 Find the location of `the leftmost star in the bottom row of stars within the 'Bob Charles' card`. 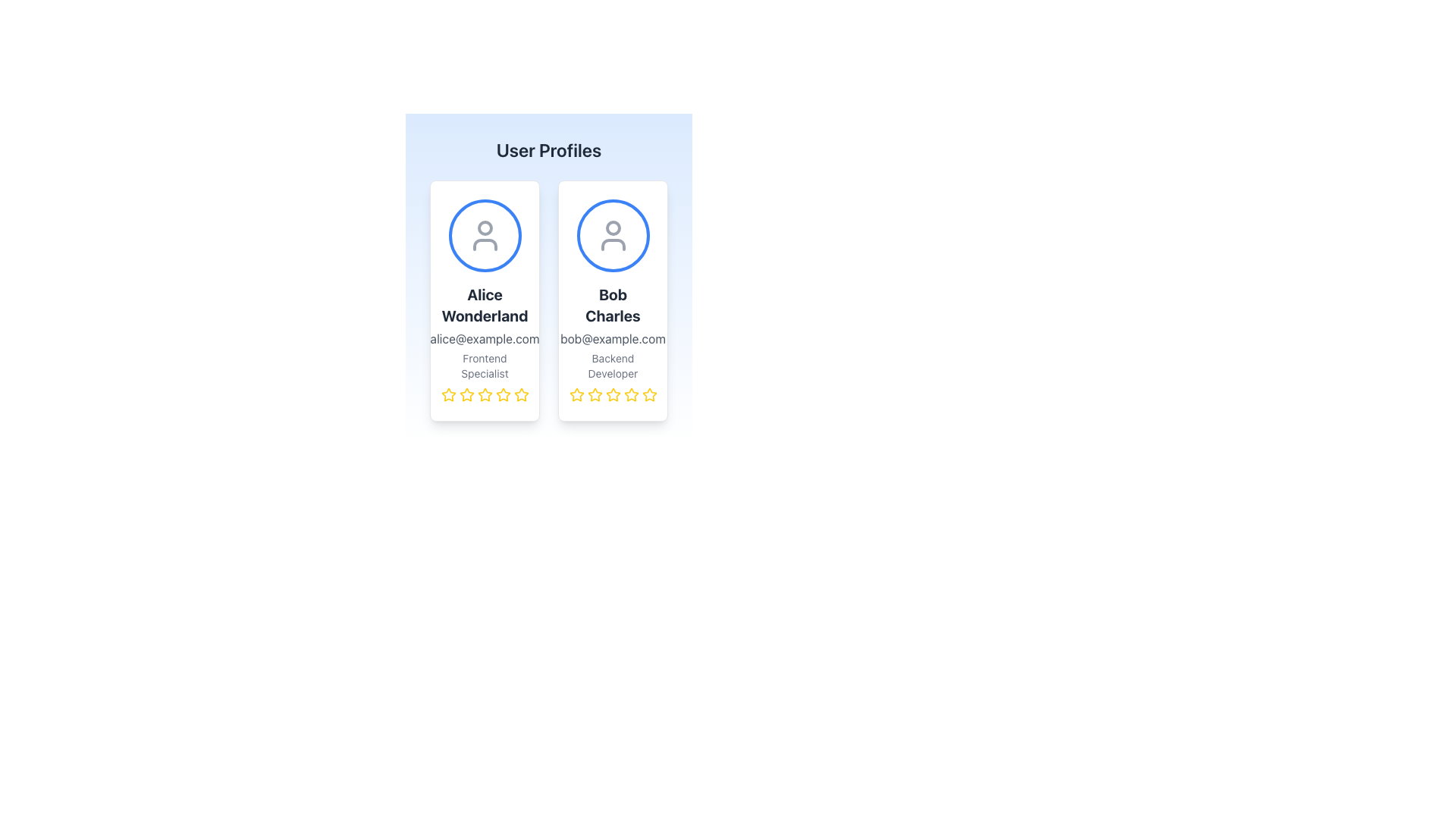

the leftmost star in the bottom row of stars within the 'Bob Charles' card is located at coordinates (576, 394).